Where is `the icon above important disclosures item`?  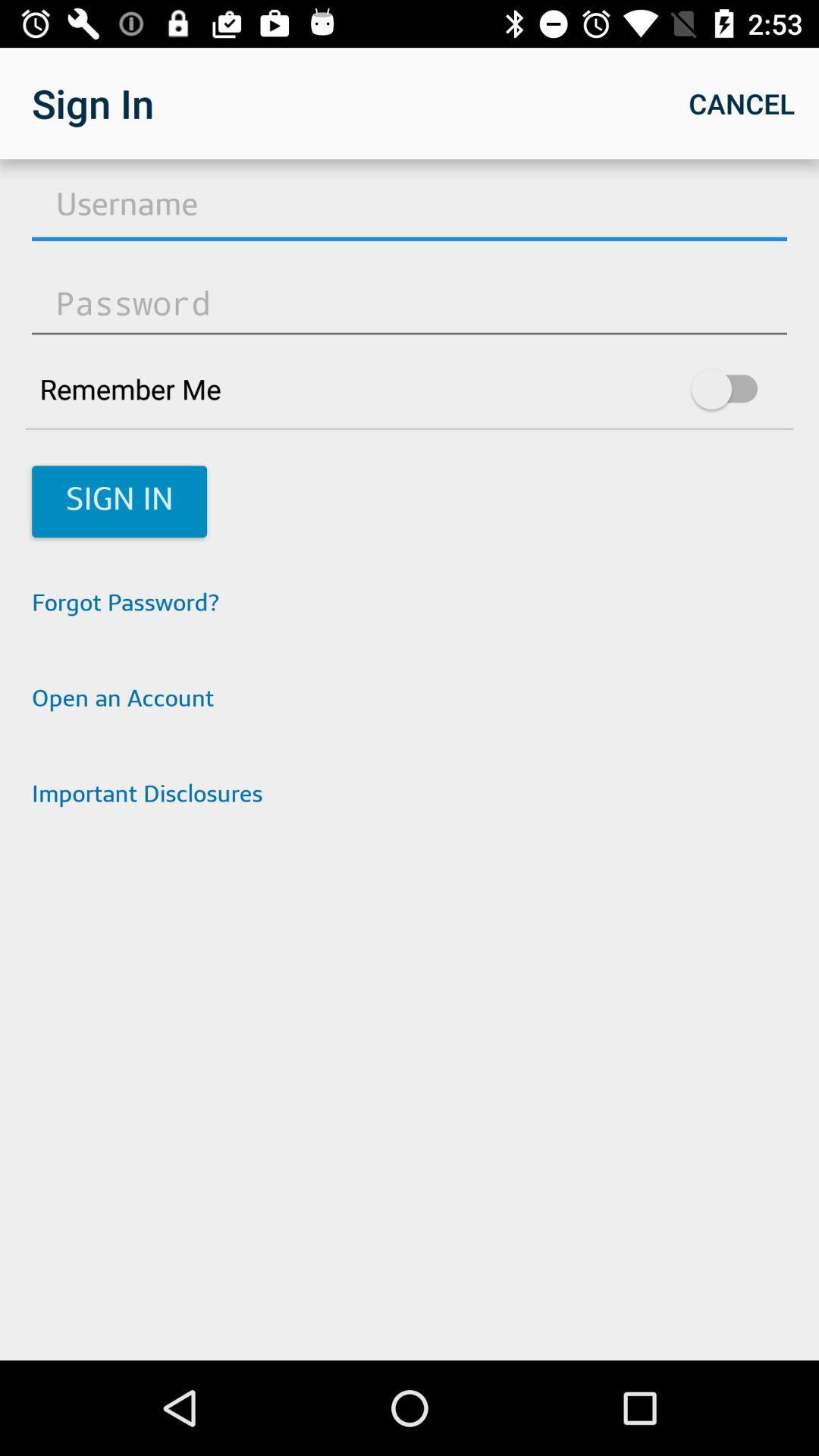 the icon above important disclosures item is located at coordinates (409, 700).